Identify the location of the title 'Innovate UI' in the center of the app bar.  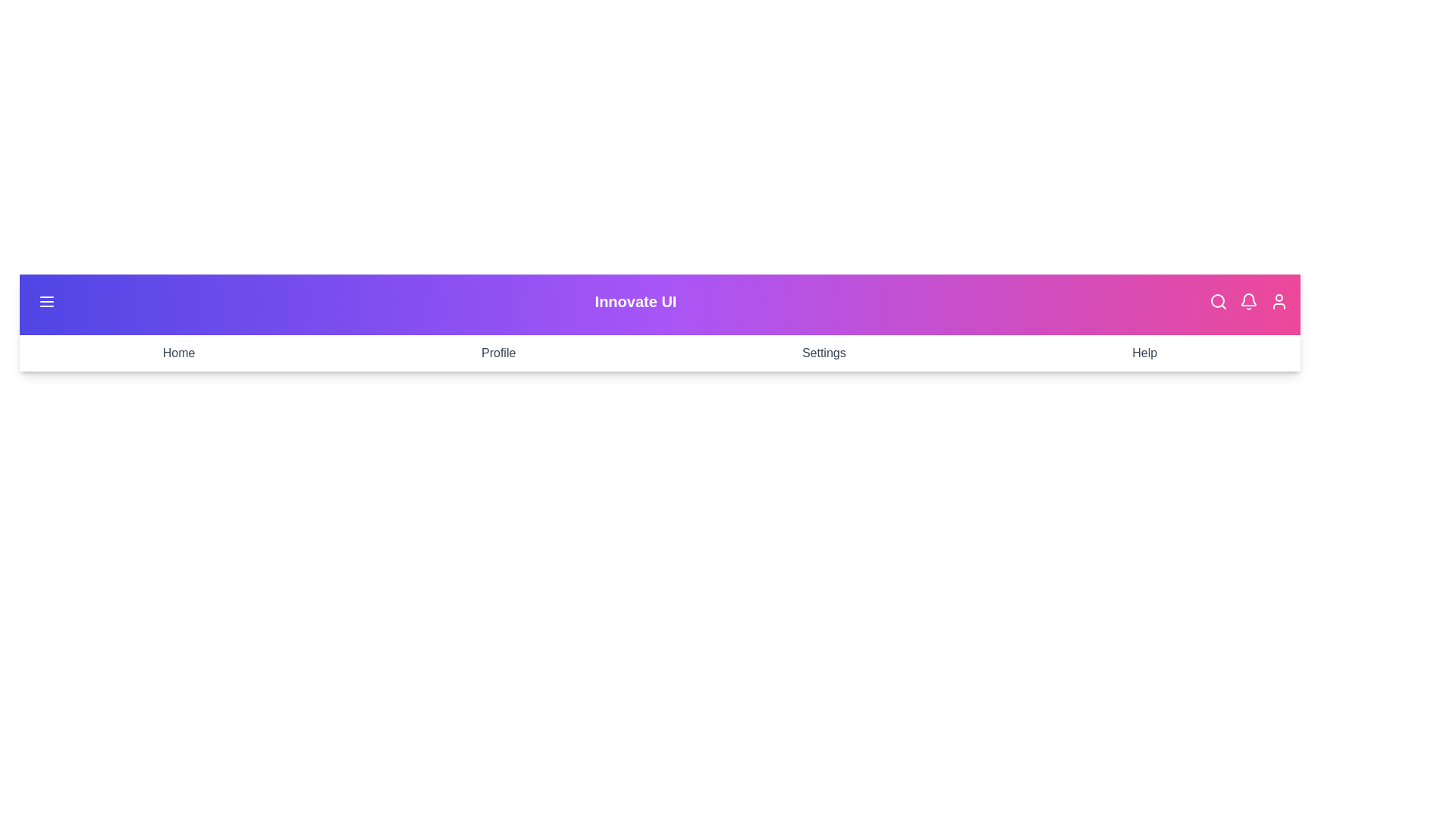
(635, 301).